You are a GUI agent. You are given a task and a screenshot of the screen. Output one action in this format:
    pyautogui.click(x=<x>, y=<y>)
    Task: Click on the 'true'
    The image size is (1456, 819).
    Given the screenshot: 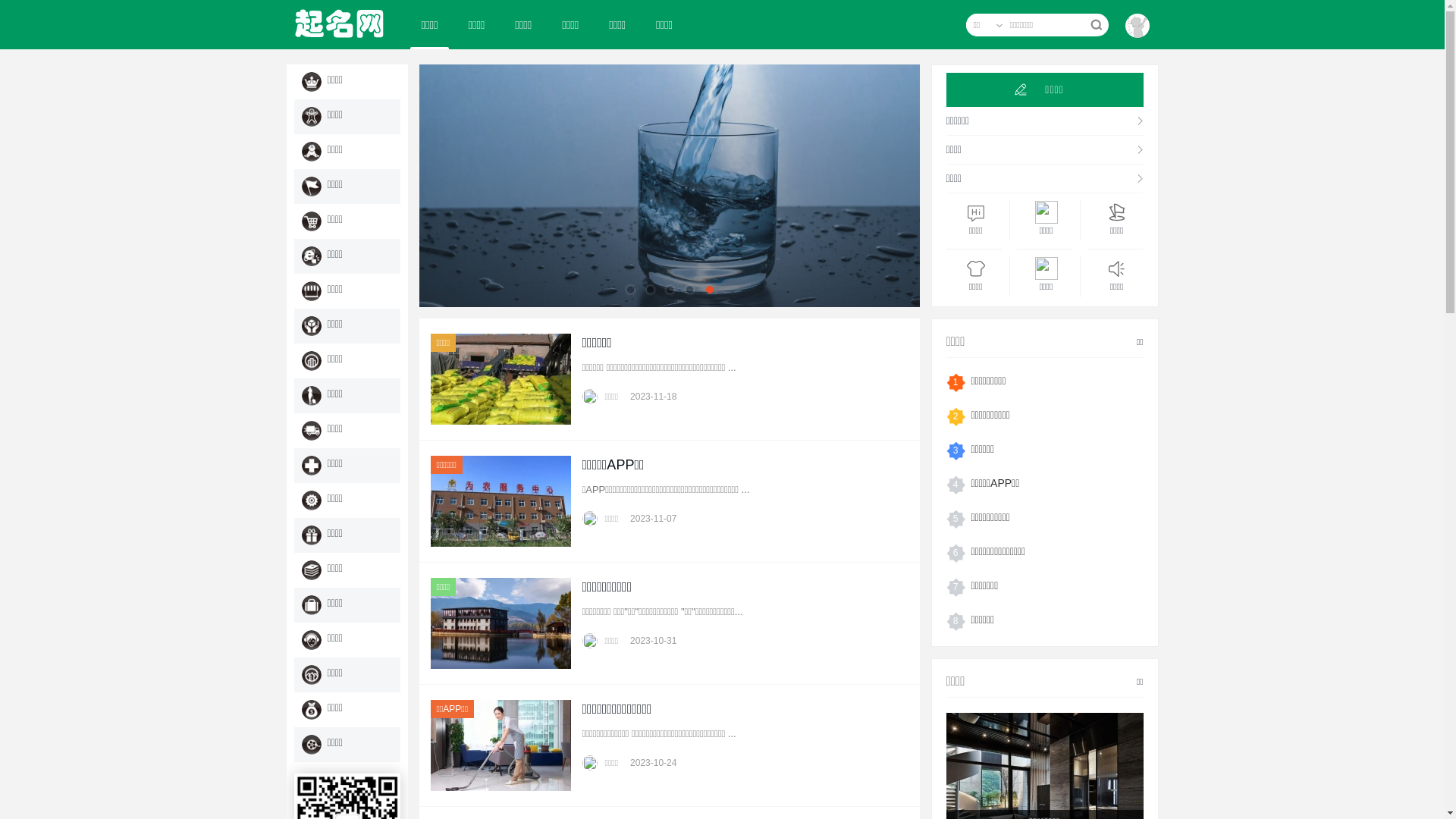 What is the action you would take?
    pyautogui.click(x=1087, y=25)
    